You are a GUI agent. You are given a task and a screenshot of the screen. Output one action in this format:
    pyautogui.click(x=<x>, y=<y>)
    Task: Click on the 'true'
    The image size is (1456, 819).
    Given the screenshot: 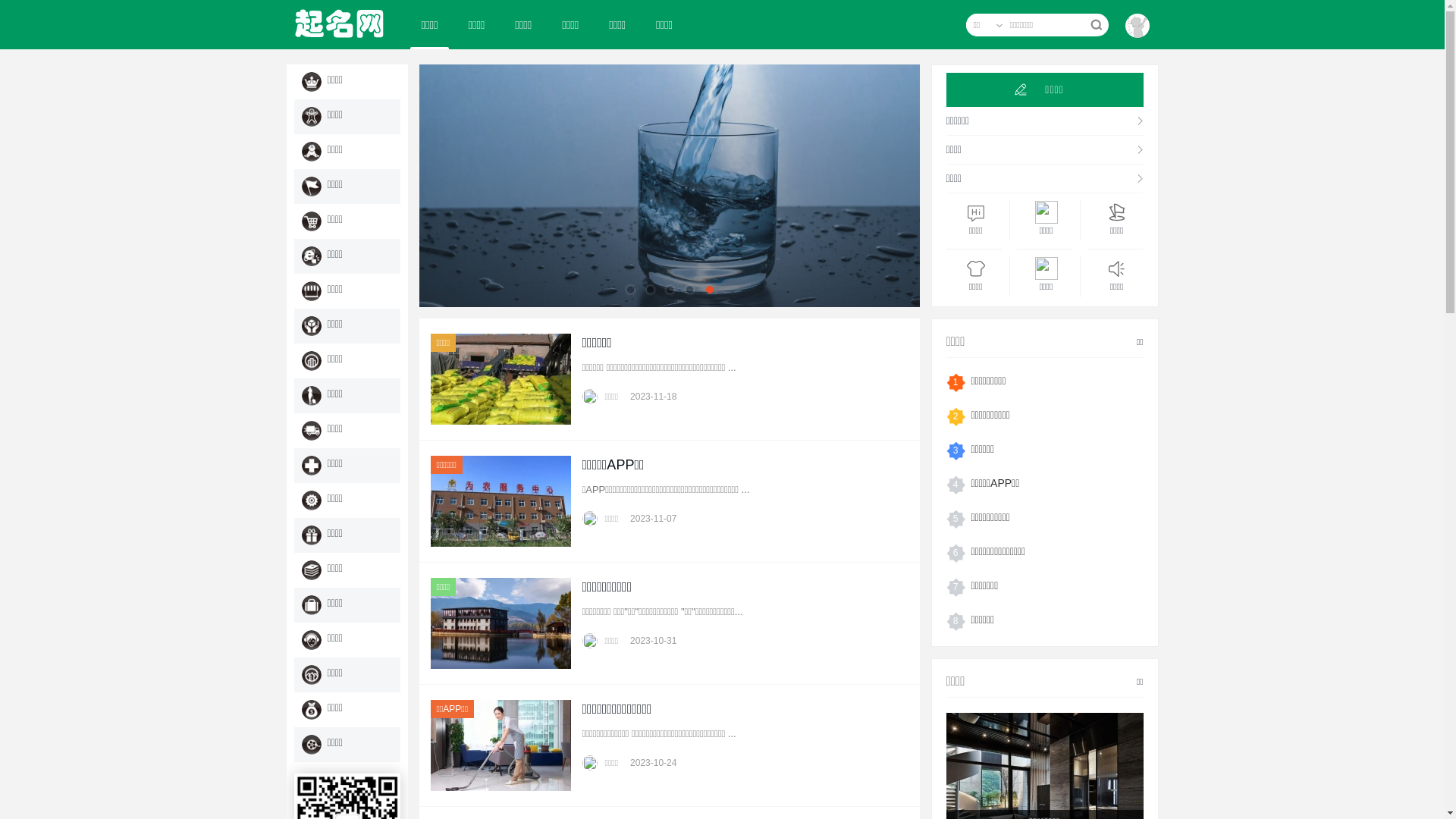 What is the action you would take?
    pyautogui.click(x=1087, y=25)
    